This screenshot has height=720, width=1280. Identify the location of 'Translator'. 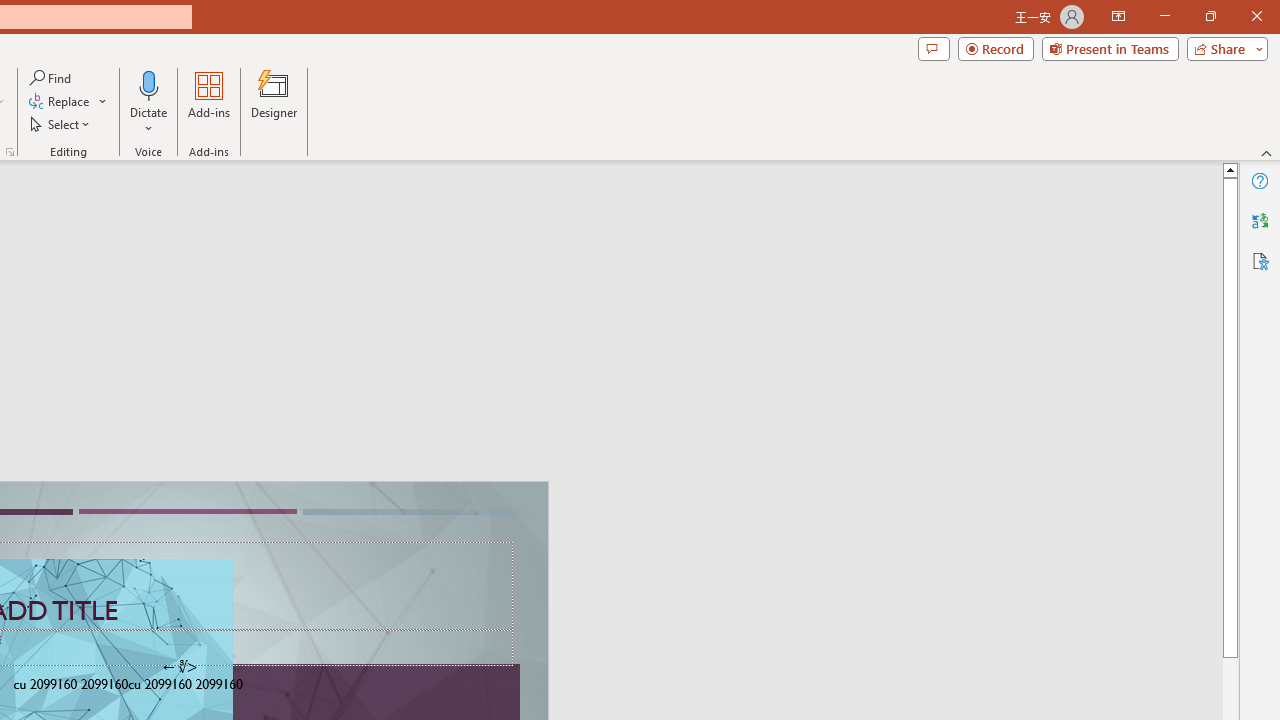
(1259, 221).